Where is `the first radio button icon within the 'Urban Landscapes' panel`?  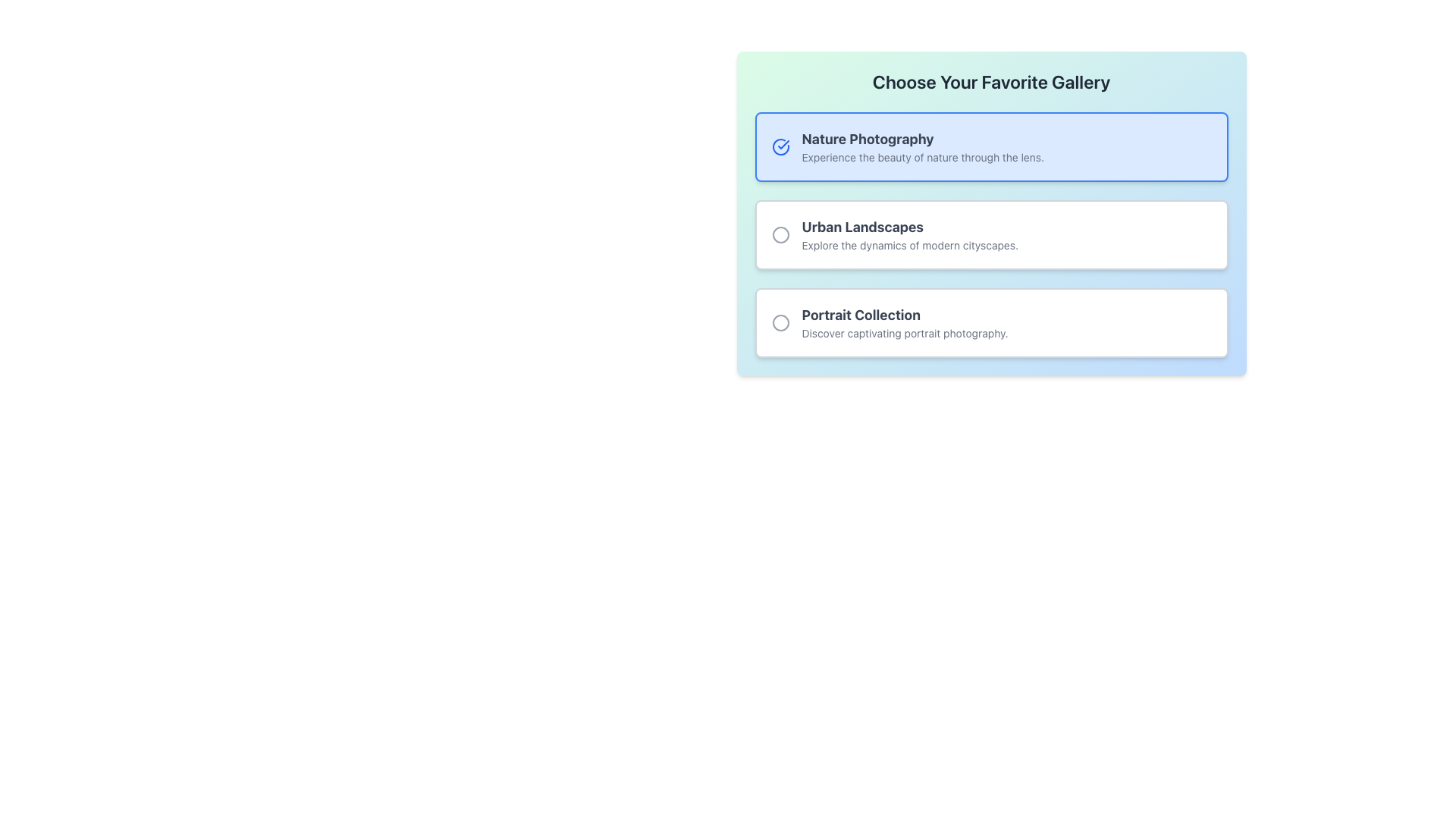 the first radio button icon within the 'Urban Landscapes' panel is located at coordinates (780, 234).